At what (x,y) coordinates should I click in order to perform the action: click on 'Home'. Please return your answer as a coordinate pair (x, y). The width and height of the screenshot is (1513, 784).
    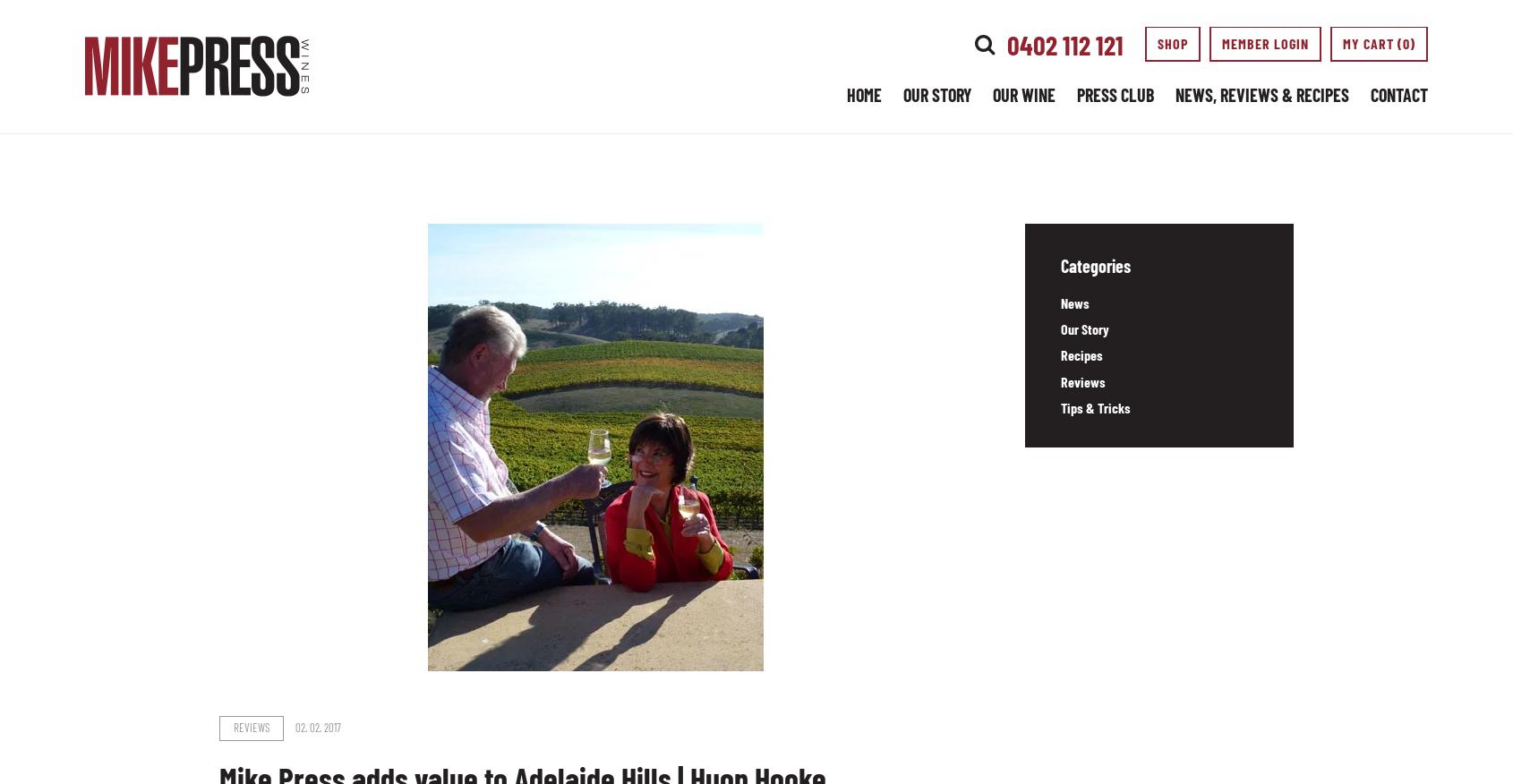
    Looking at the image, I should click on (864, 95).